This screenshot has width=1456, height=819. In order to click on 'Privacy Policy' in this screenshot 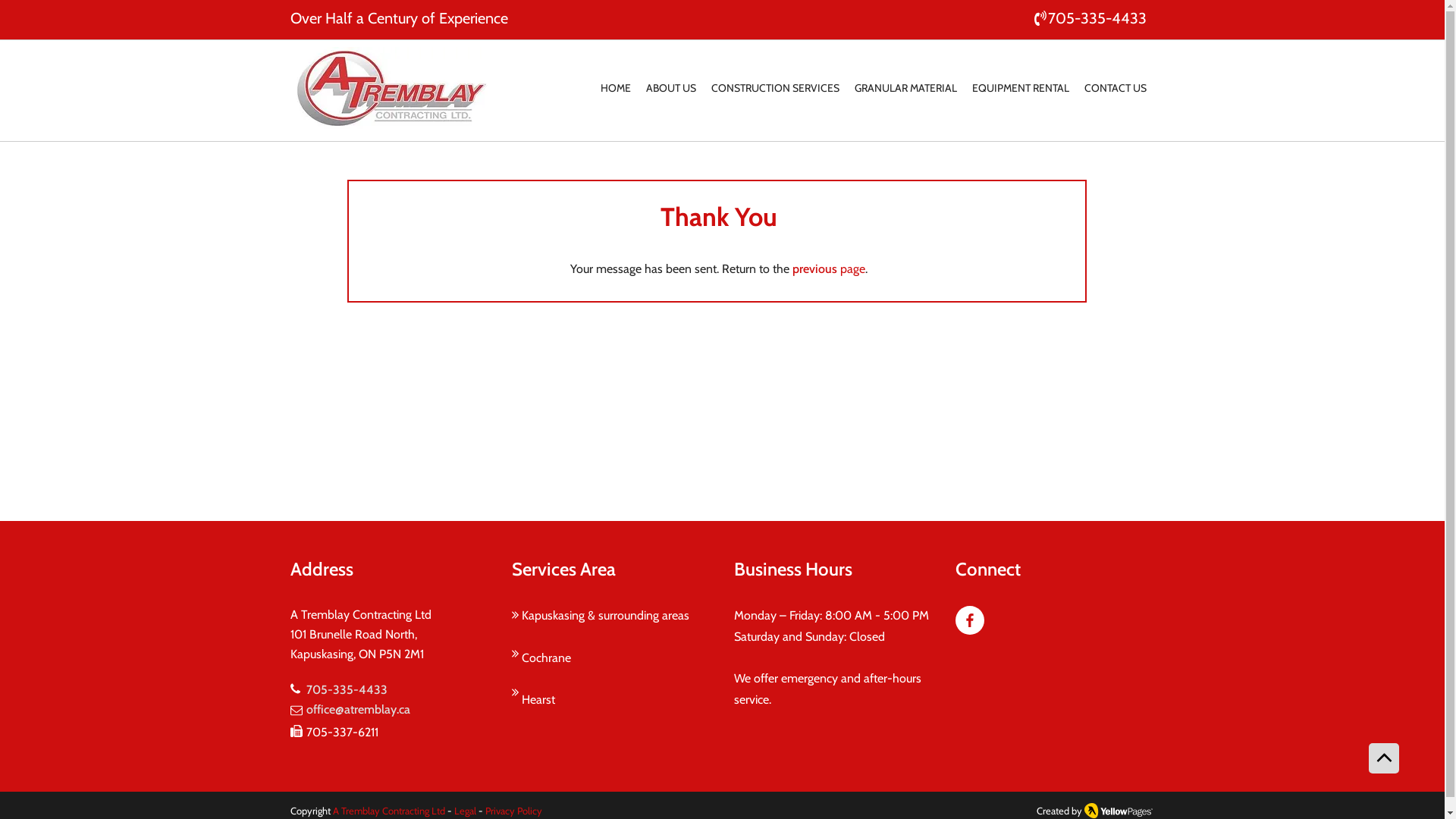, I will do `click(512, 809)`.